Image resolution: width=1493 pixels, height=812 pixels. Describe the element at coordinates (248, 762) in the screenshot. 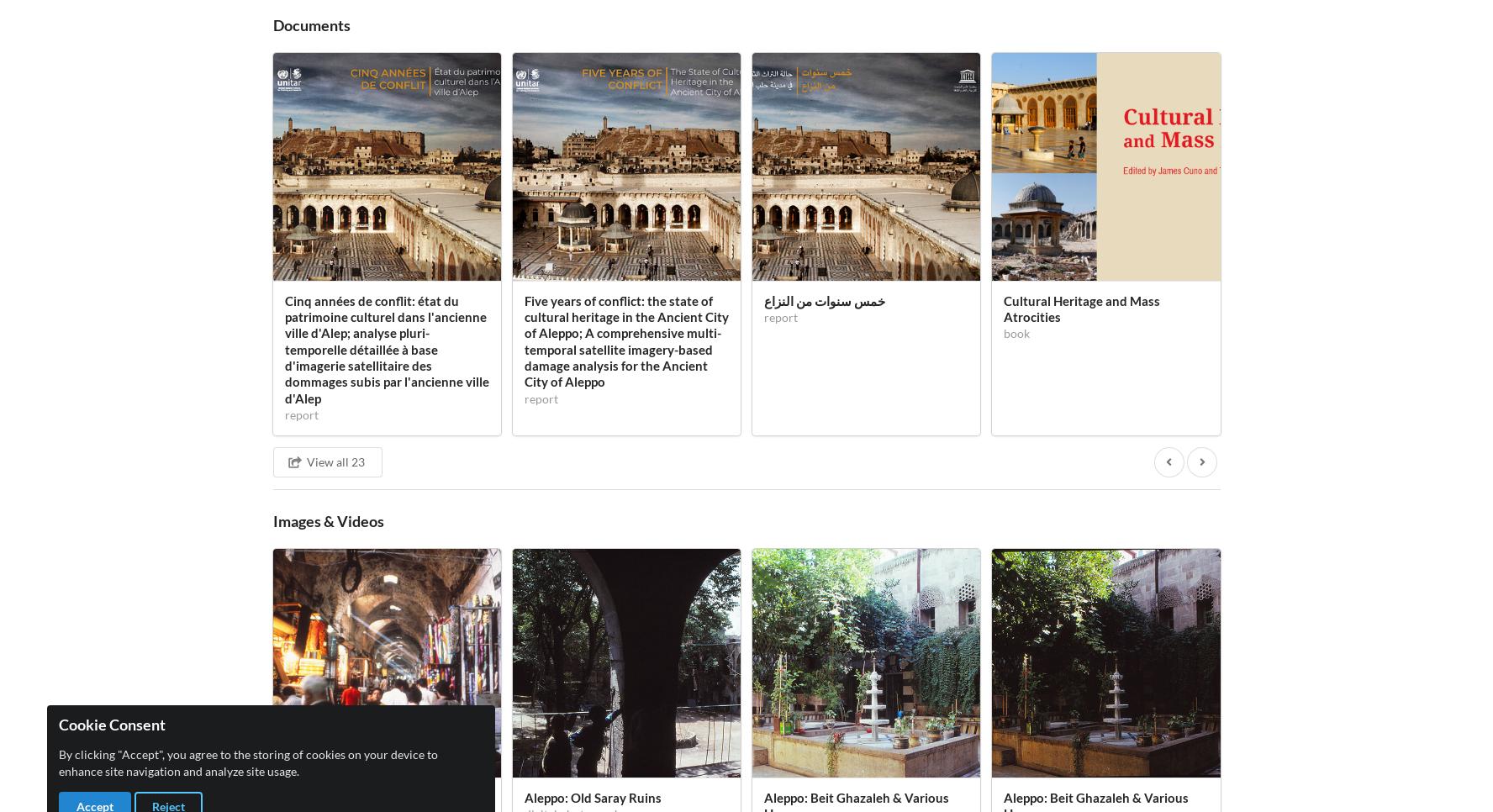

I see `'By clicking "Accept", you agree to the storing of cookies on your device to enhance site navigation and analyze site usage.'` at that location.